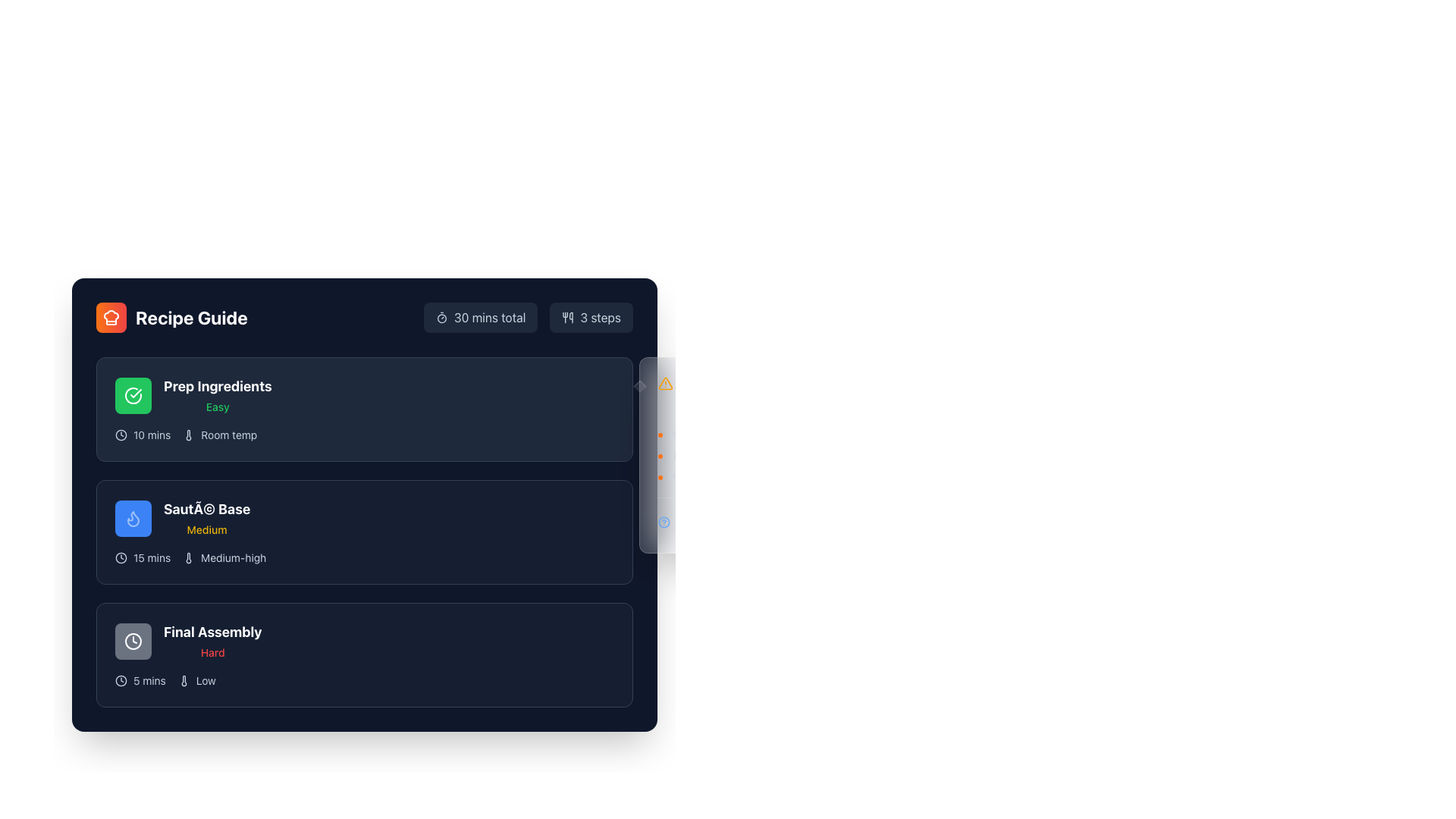  What do you see at coordinates (188, 435) in the screenshot?
I see `the thermometer-like icon in the 'Recipe Guide' list under the step 'Prep Ingredients', positioned slightly to the left of the 'Room temp' text` at bounding box center [188, 435].